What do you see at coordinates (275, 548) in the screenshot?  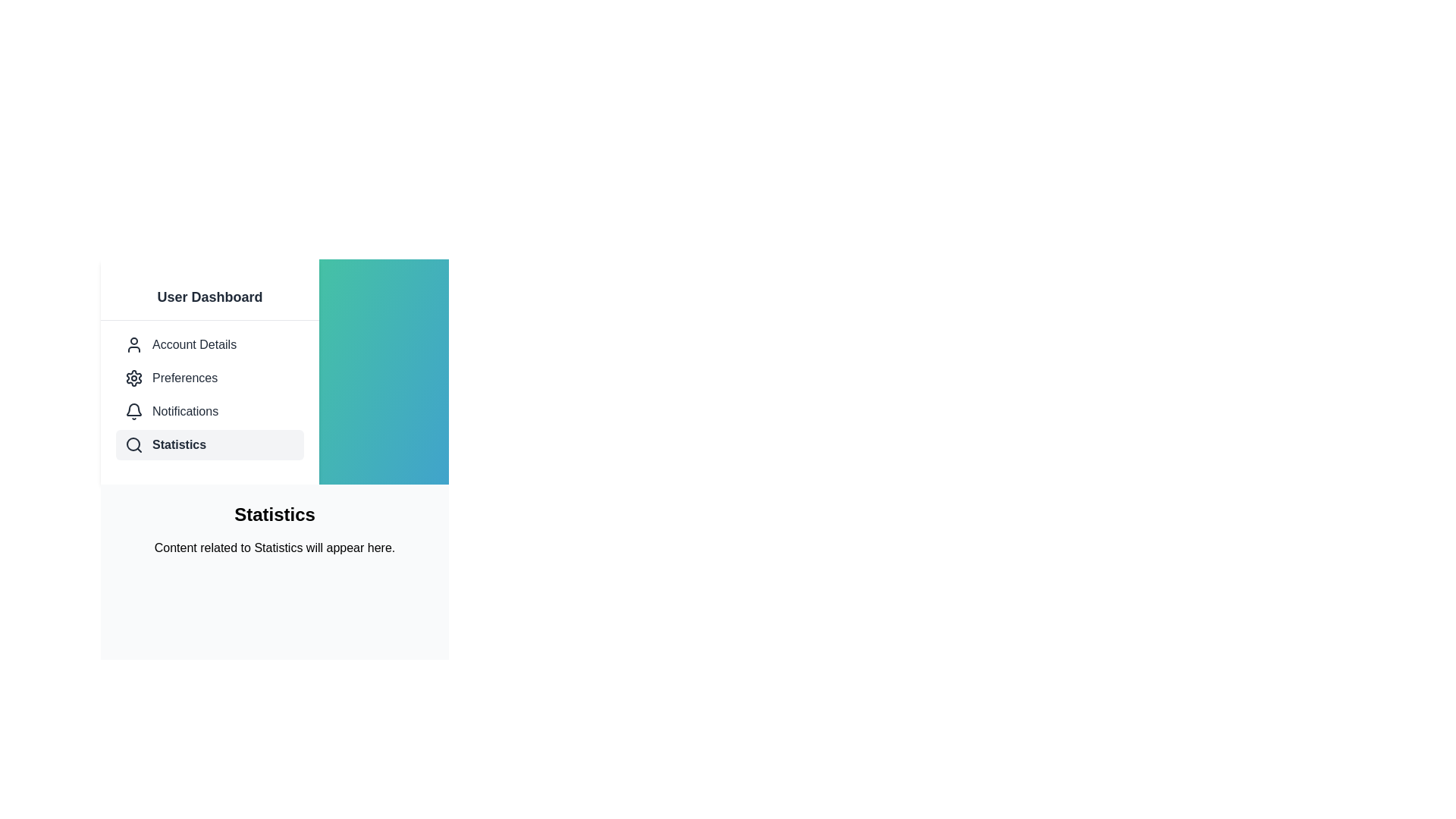 I see `the text block that serves as a placeholder for content related to 'Statistics', located below the 'Statistics' heading` at bounding box center [275, 548].